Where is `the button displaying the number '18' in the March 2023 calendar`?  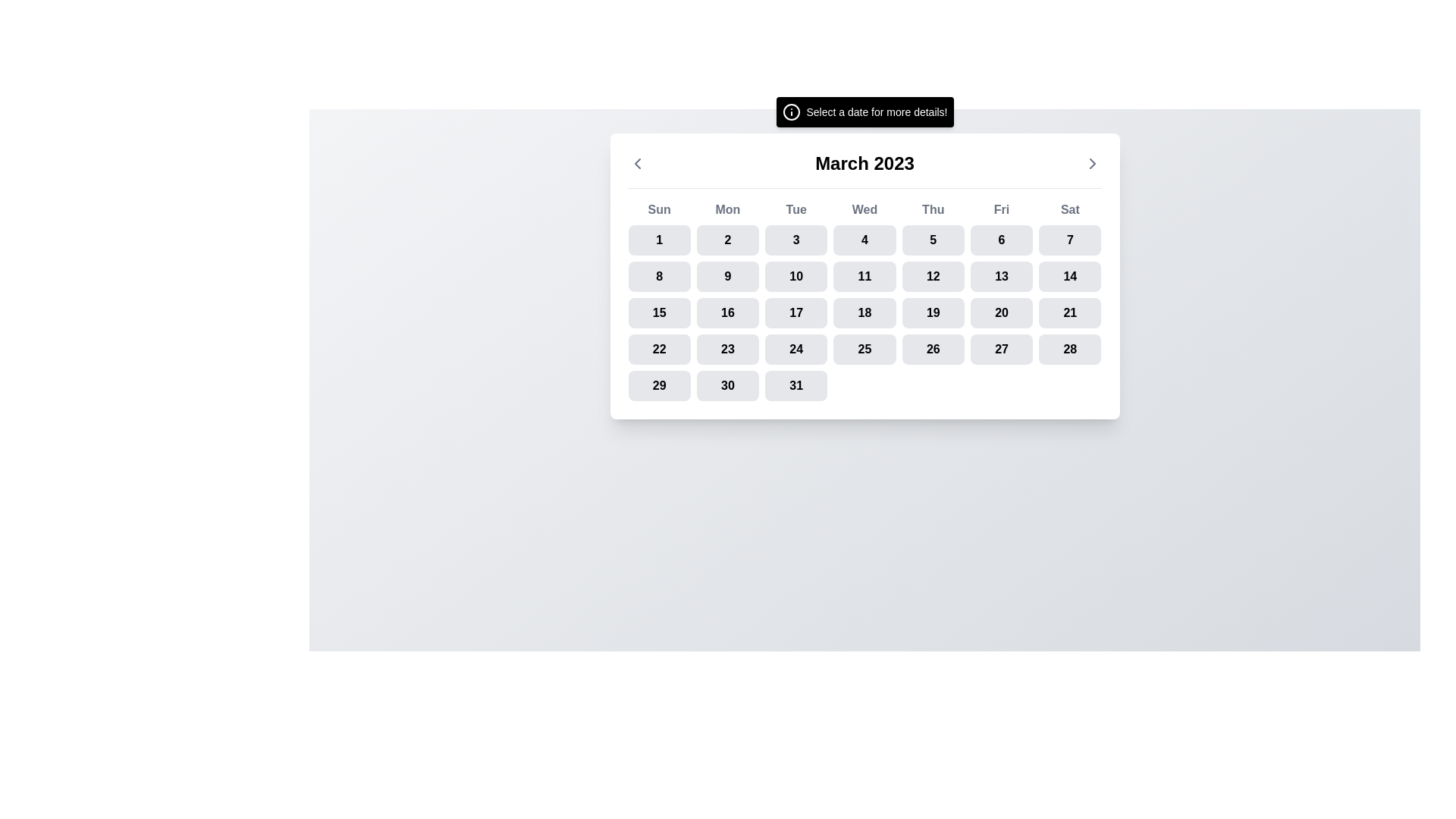
the button displaying the number '18' in the March 2023 calendar is located at coordinates (864, 312).